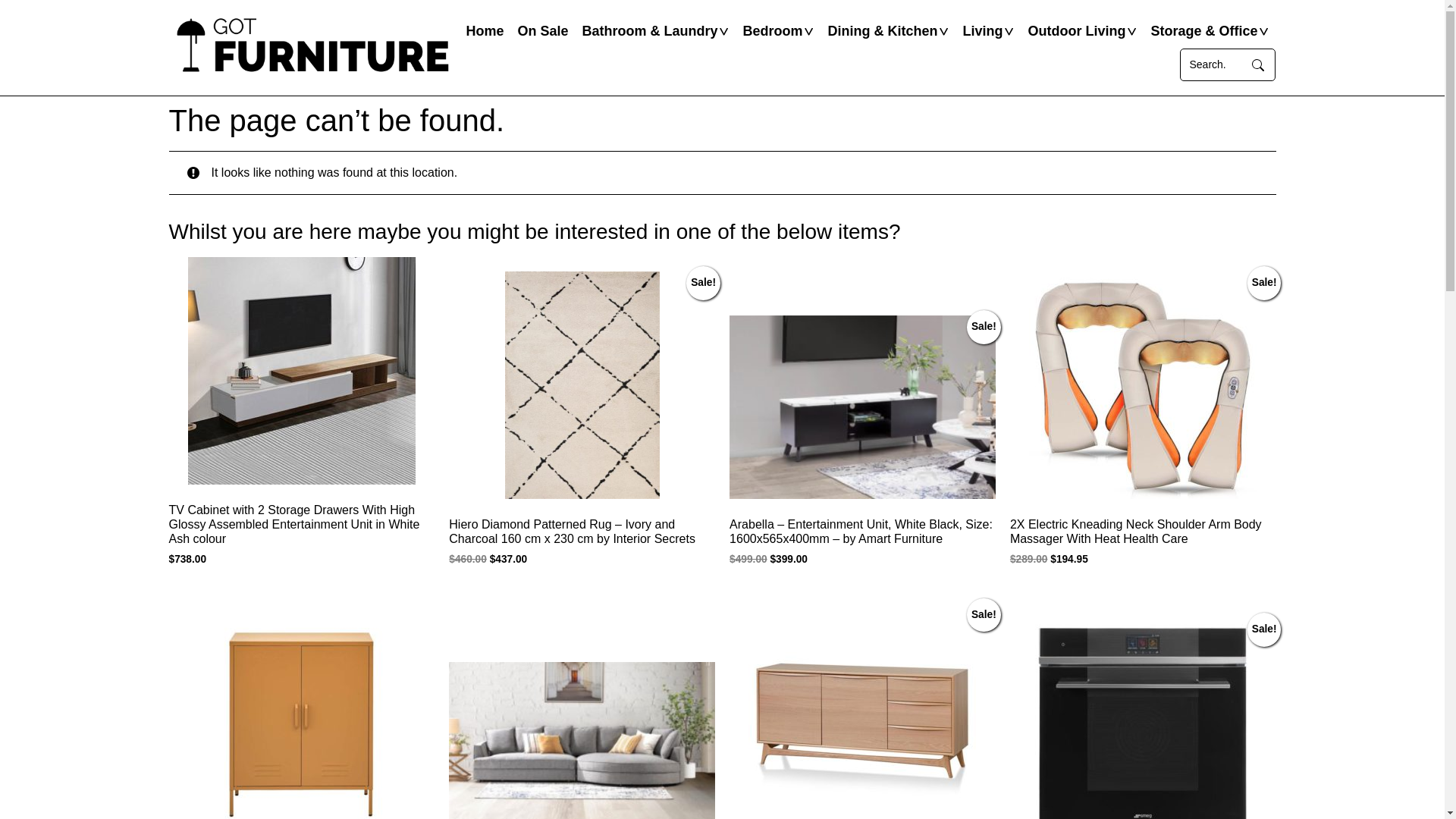  What do you see at coordinates (772, 31) in the screenshot?
I see `'Bedroom'` at bounding box center [772, 31].